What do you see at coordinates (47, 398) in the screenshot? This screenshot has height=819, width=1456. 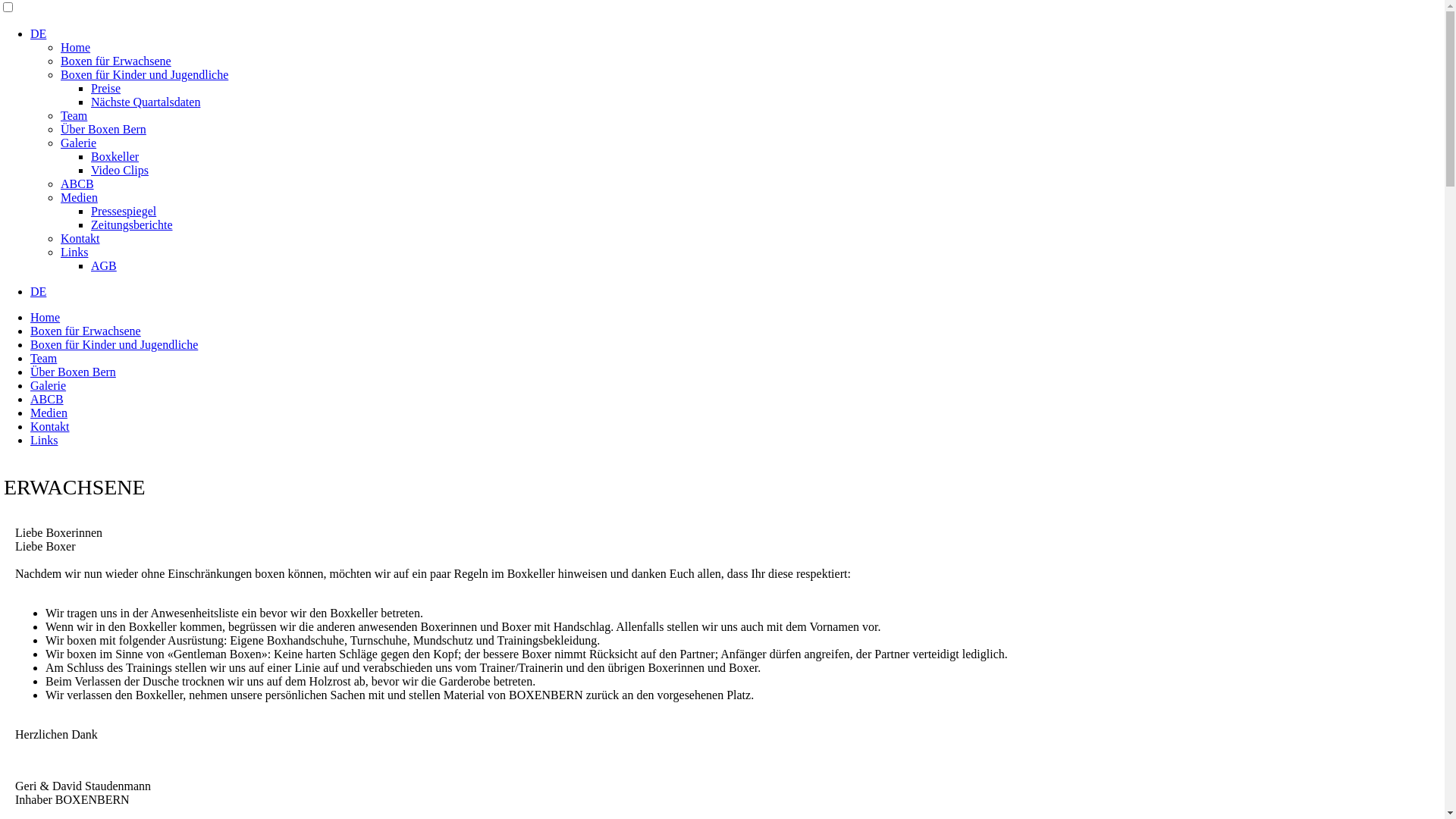 I see `'ABCB'` at bounding box center [47, 398].